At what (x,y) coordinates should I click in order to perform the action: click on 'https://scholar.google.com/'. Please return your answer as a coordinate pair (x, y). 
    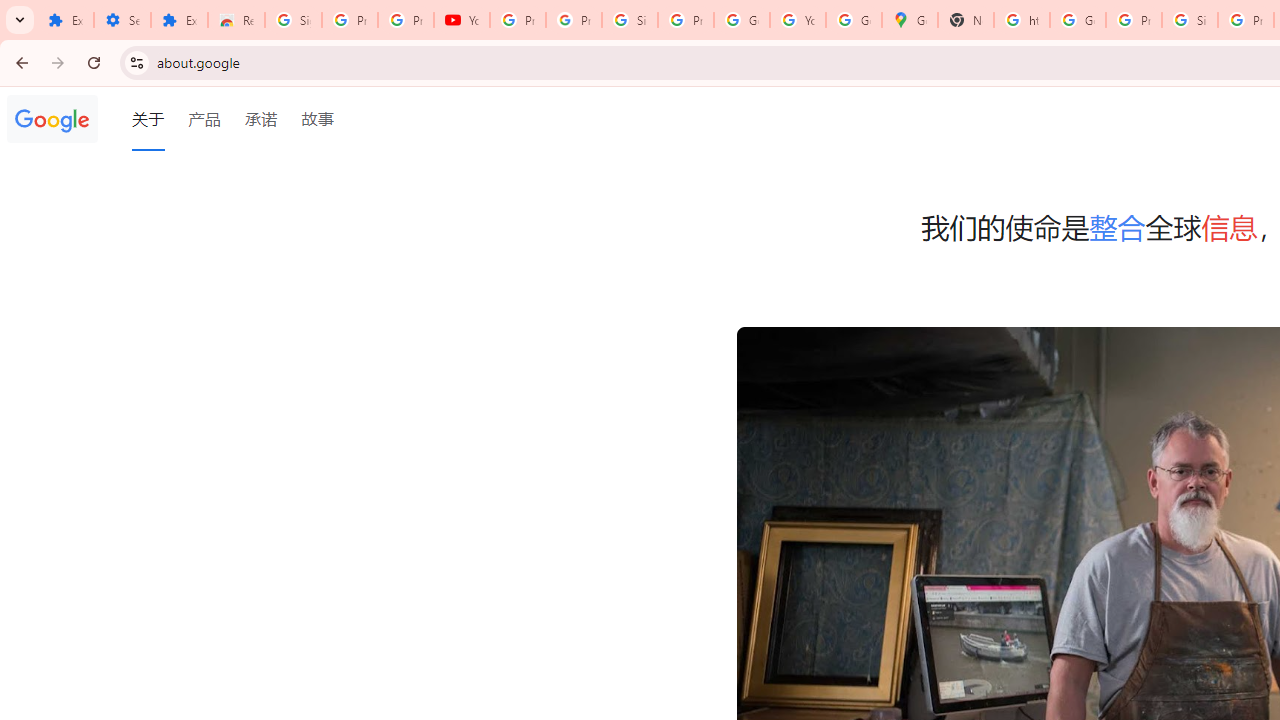
    Looking at the image, I should click on (1022, 20).